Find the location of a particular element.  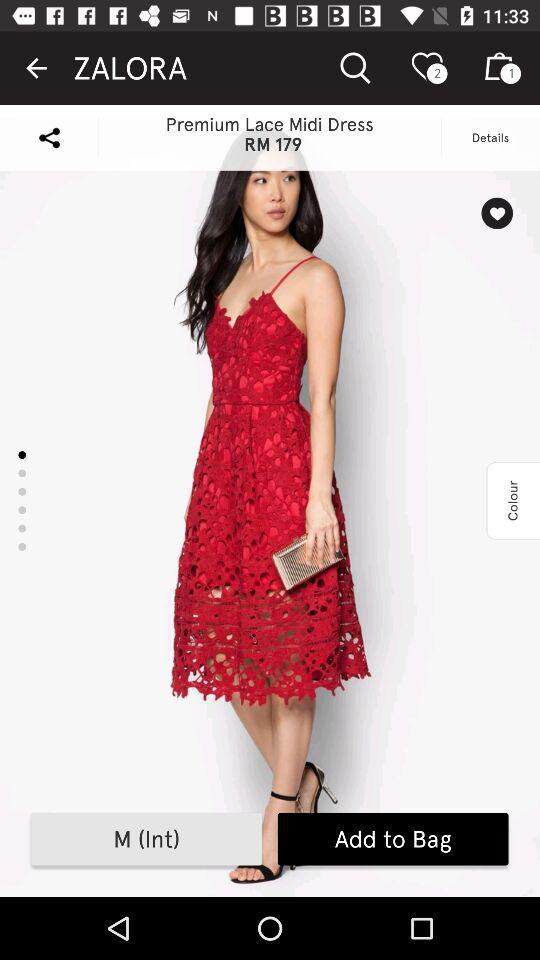

icon next to zalora is located at coordinates (36, 68).